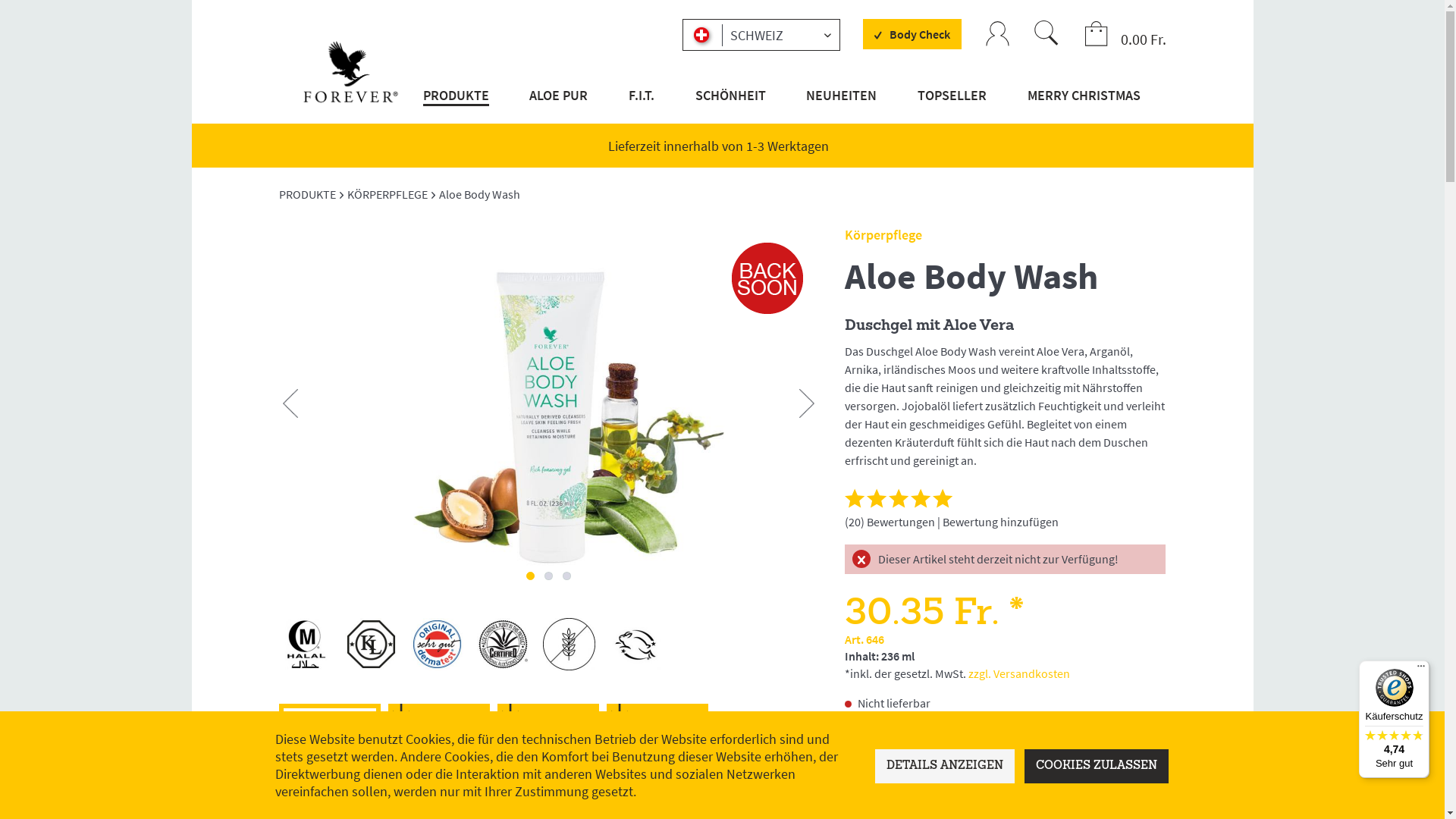  Describe the element at coordinates (1024, 766) in the screenshot. I see `'COOKIES ZULASSEN'` at that location.